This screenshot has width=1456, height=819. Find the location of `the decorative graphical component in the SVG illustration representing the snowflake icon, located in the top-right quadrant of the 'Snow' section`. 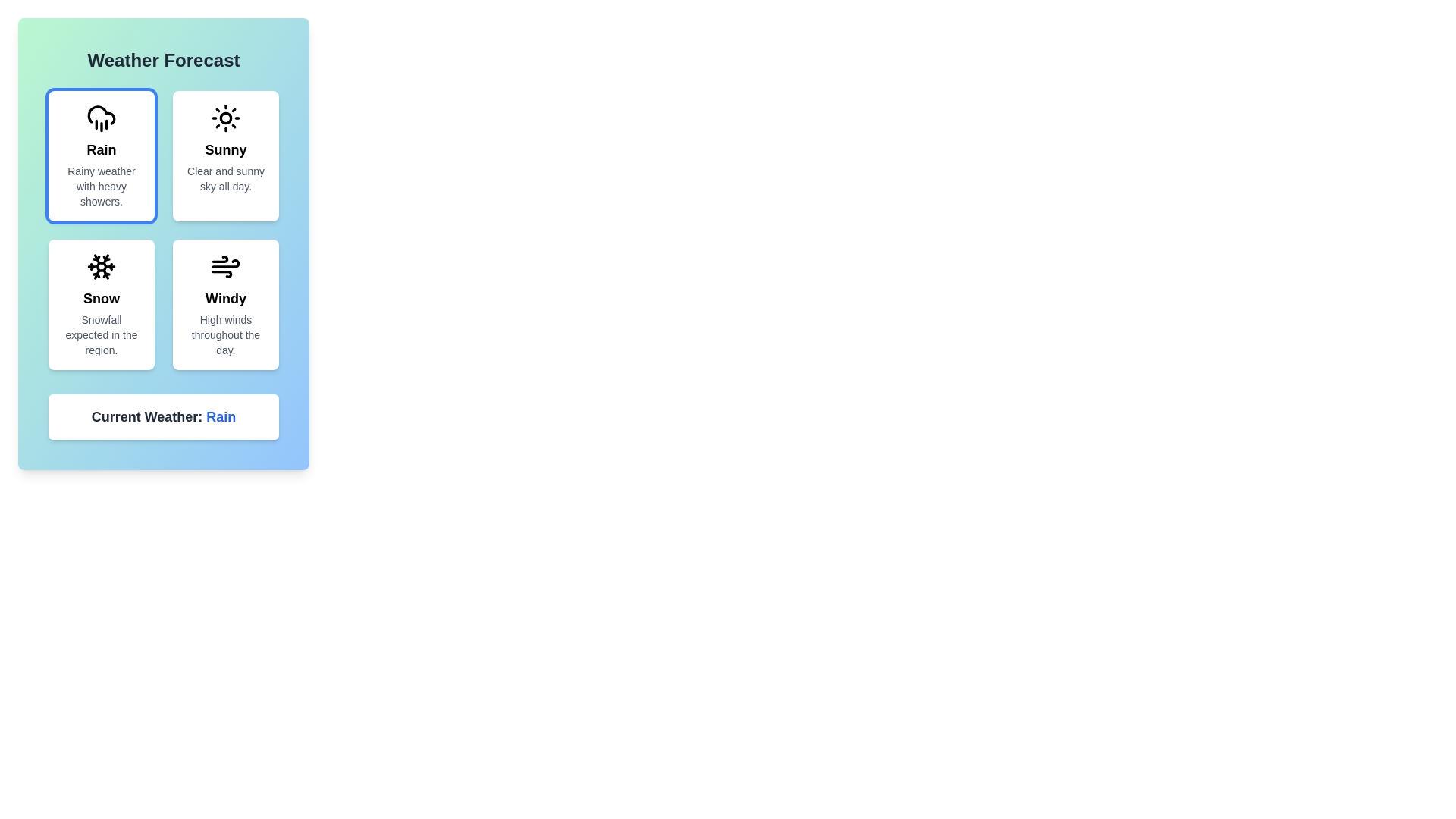

the decorative graphical component in the SVG illustration representing the snowflake icon, located in the top-right quadrant of the 'Snow' section is located at coordinates (105, 260).